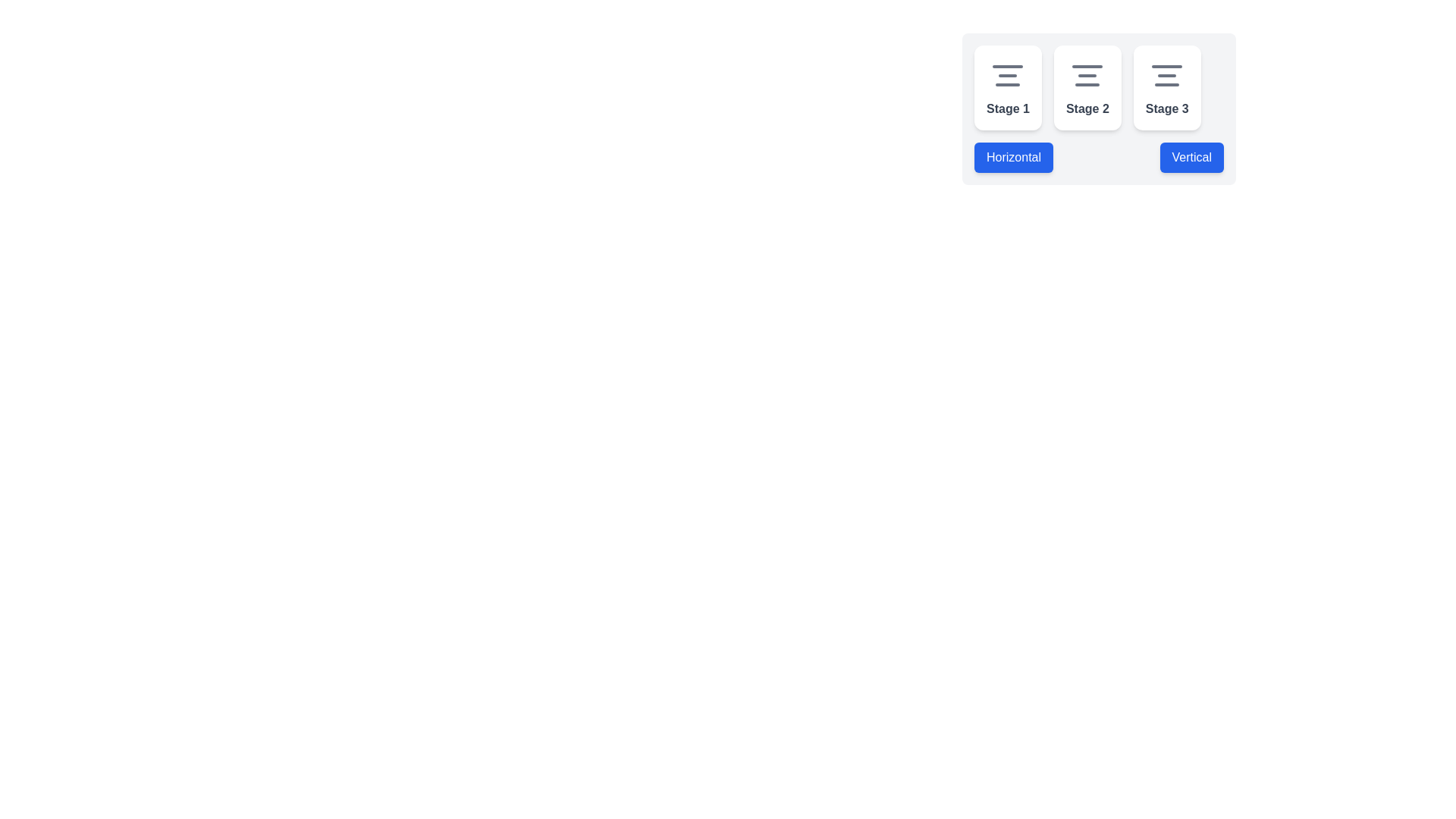 This screenshot has height=819, width=1456. I want to click on the card representing the current step in the process, located second from the left between 'Stage 1' and 'Stage 3', so click(1087, 87).